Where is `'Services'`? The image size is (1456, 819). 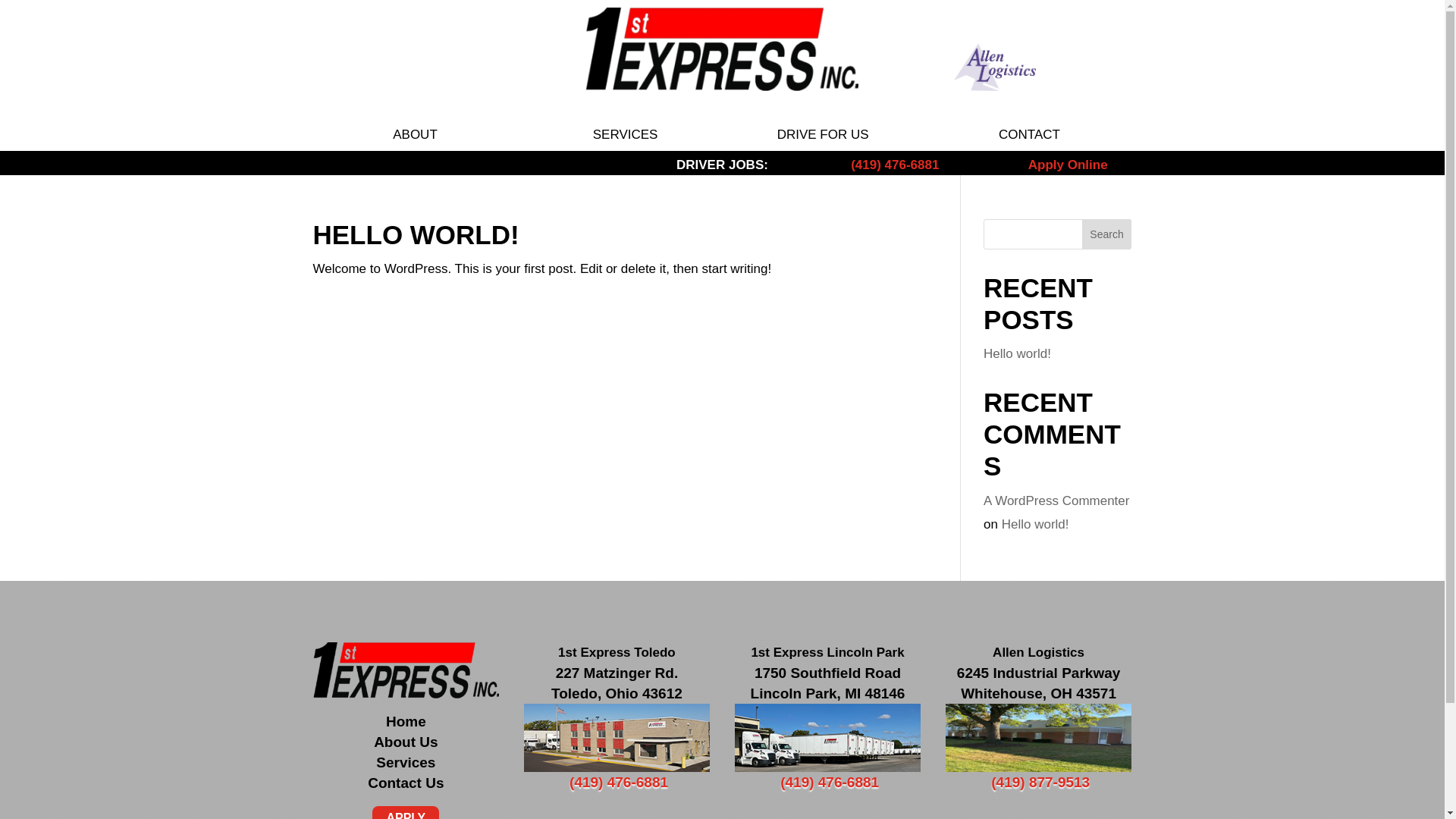
'Services' is located at coordinates (405, 762).